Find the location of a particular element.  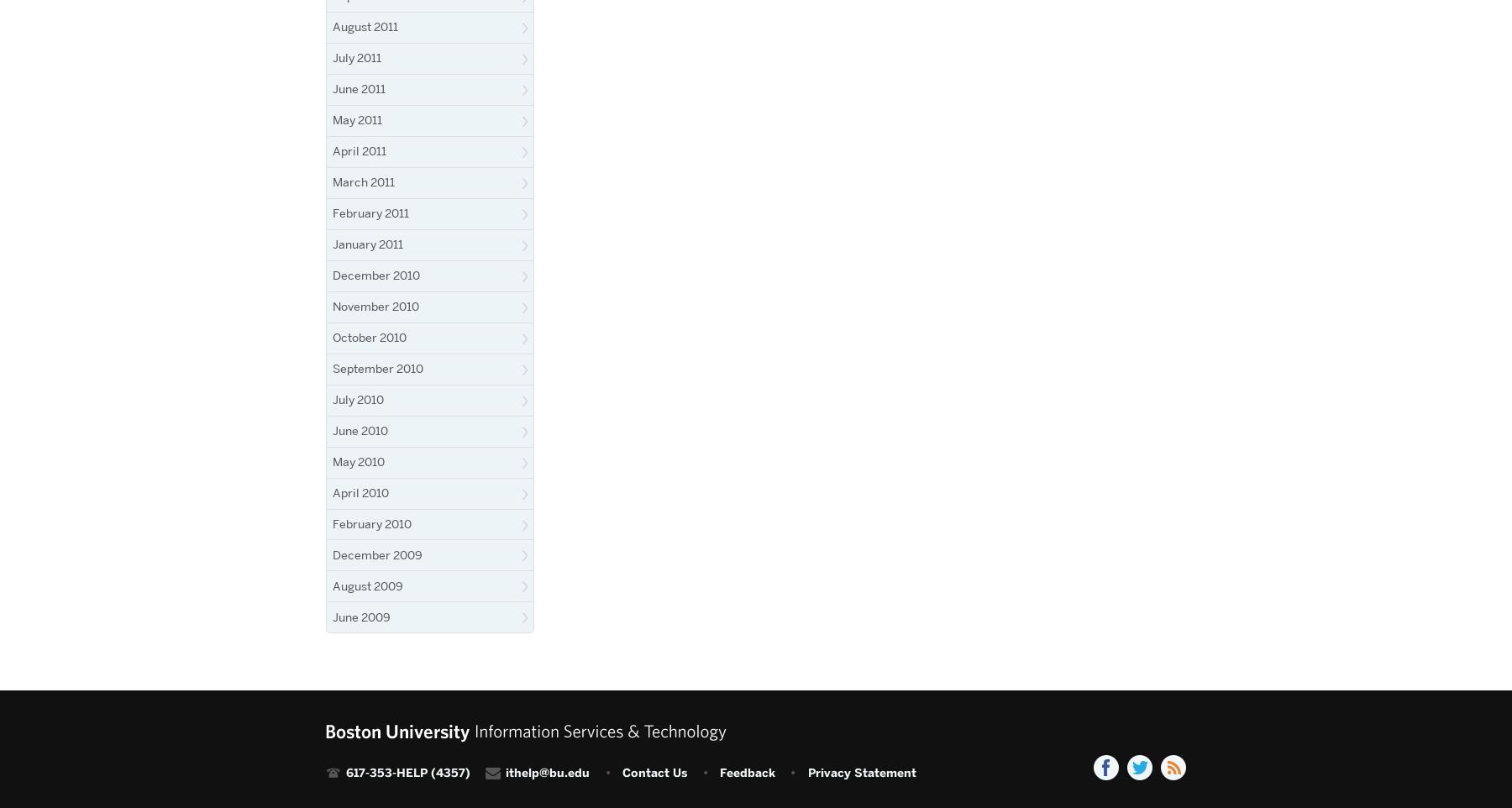

'September 2010' is located at coordinates (378, 367).